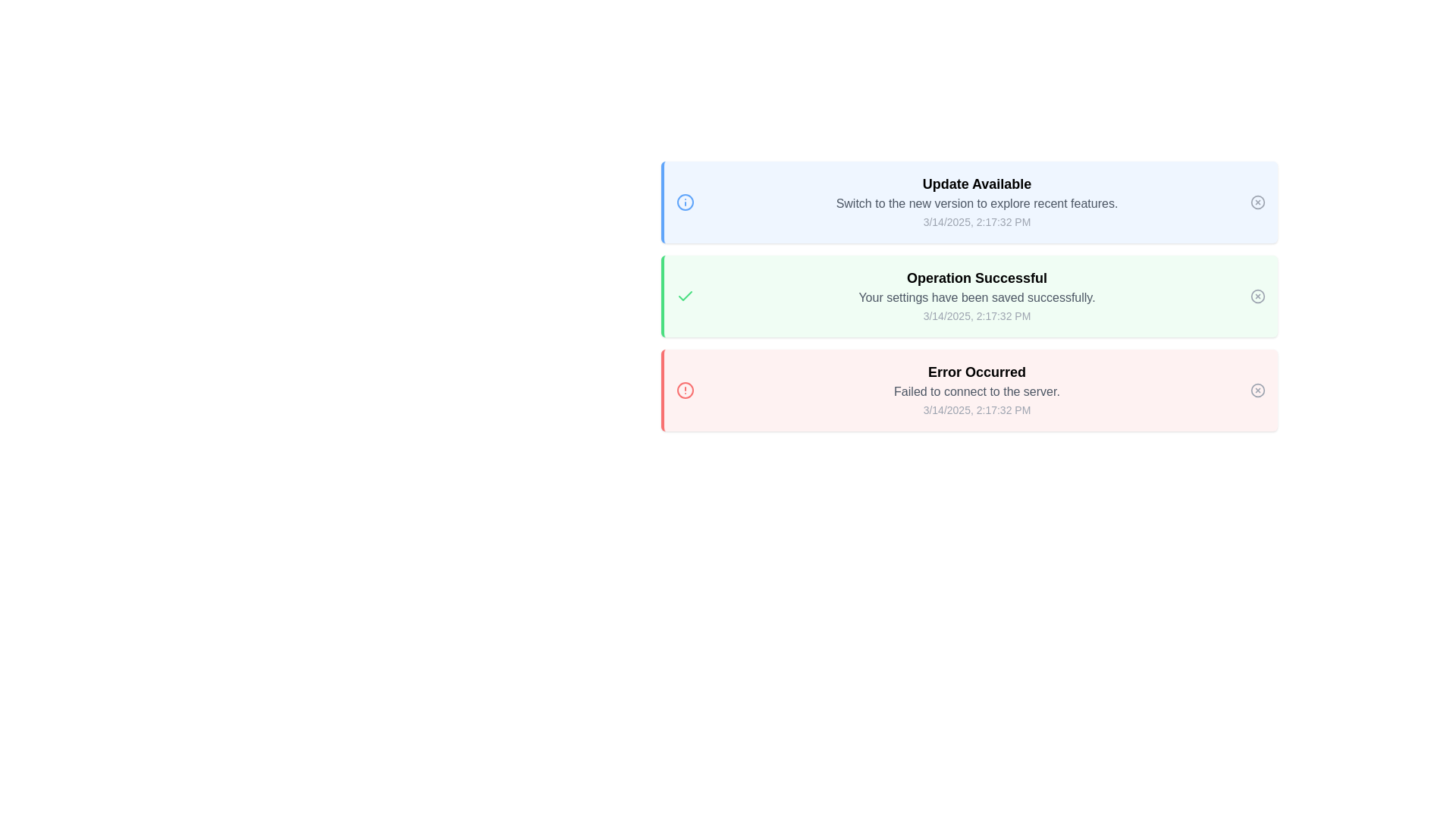 This screenshot has width=1456, height=819. Describe the element at coordinates (977, 409) in the screenshot. I see `the static text that displays the timestamp information of the error notification, located at the bottom of the notification card, third line after 'Error Occurred' and 'Failed to connect to the server.'` at that location.